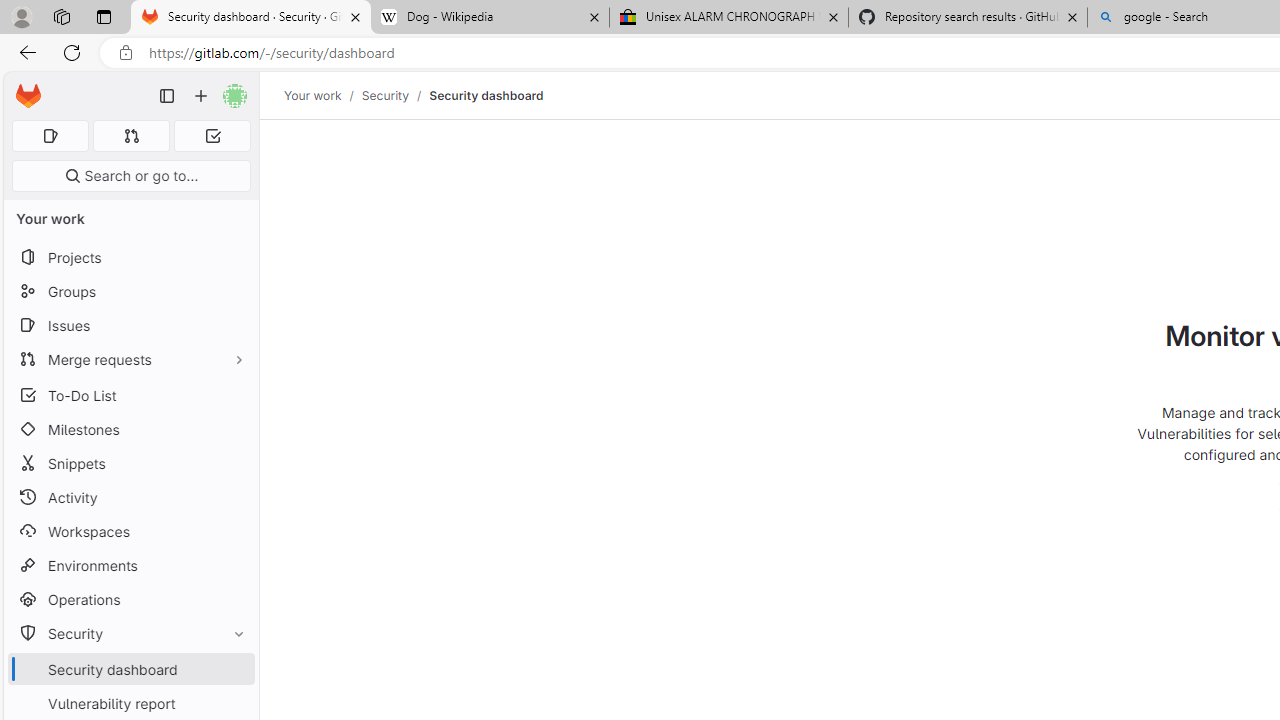 Image resolution: width=1280 pixels, height=720 pixels. What do you see at coordinates (130, 291) in the screenshot?
I see `'Groups'` at bounding box center [130, 291].